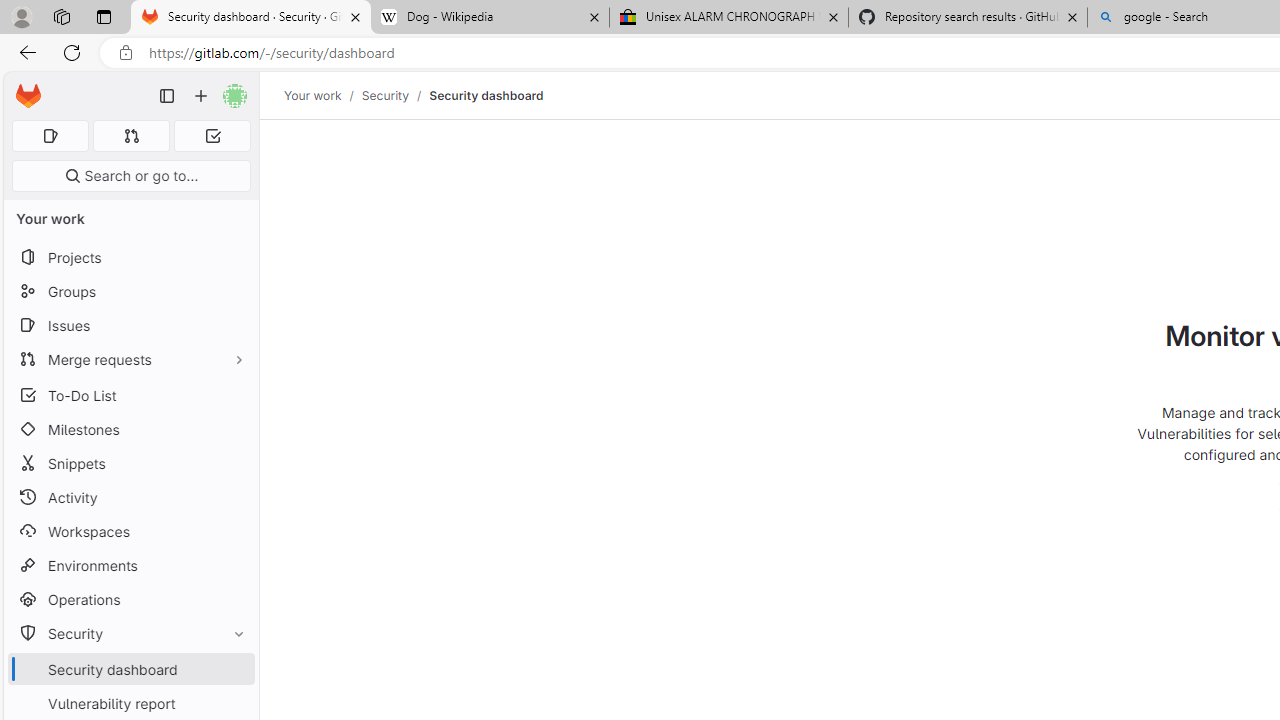 Image resolution: width=1280 pixels, height=720 pixels. What do you see at coordinates (130, 291) in the screenshot?
I see `'Groups'` at bounding box center [130, 291].